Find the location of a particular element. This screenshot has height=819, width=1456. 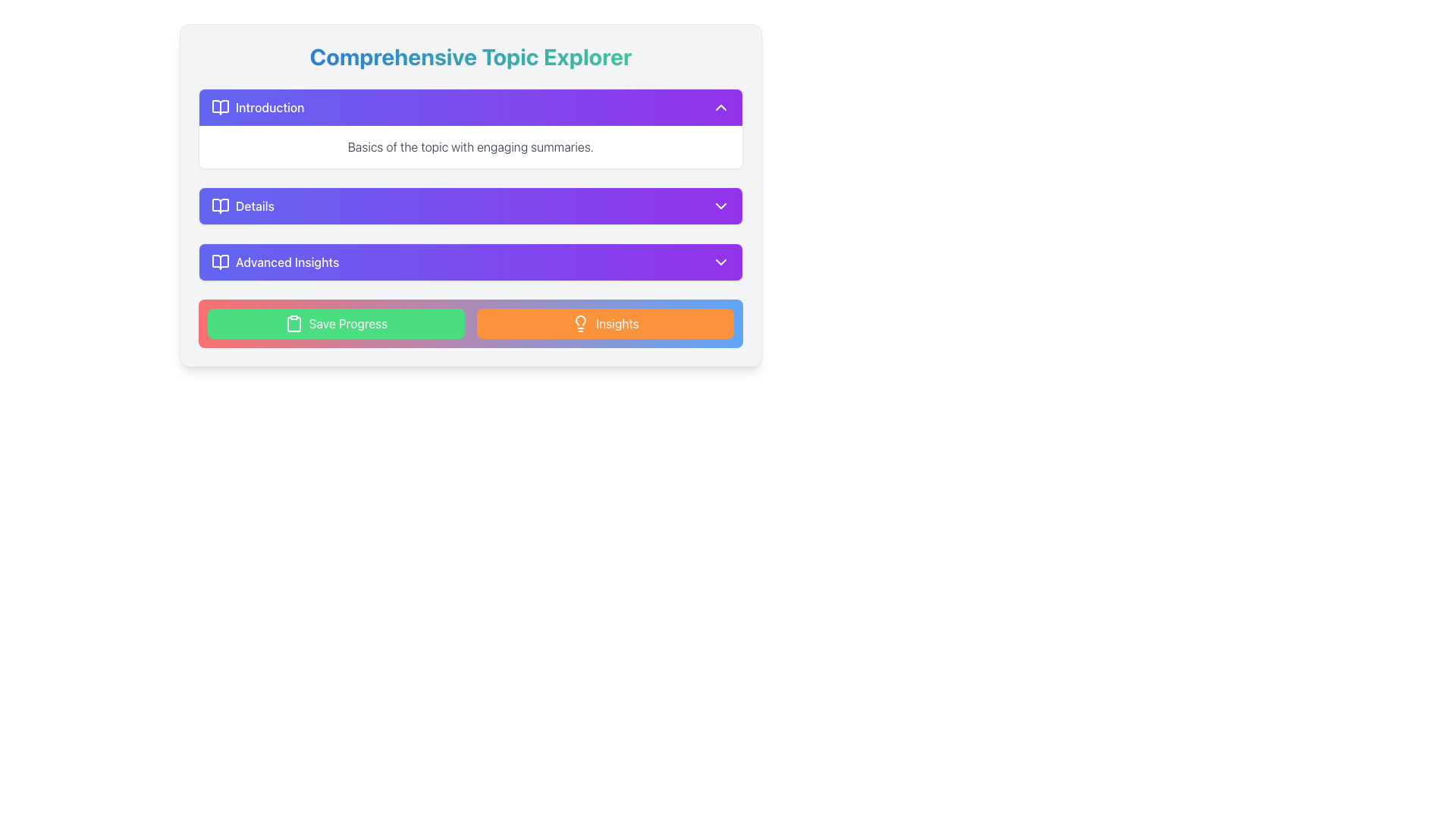

the gradient-styled purple button located in the second position of the vertically-aligned list is located at coordinates (469, 195).